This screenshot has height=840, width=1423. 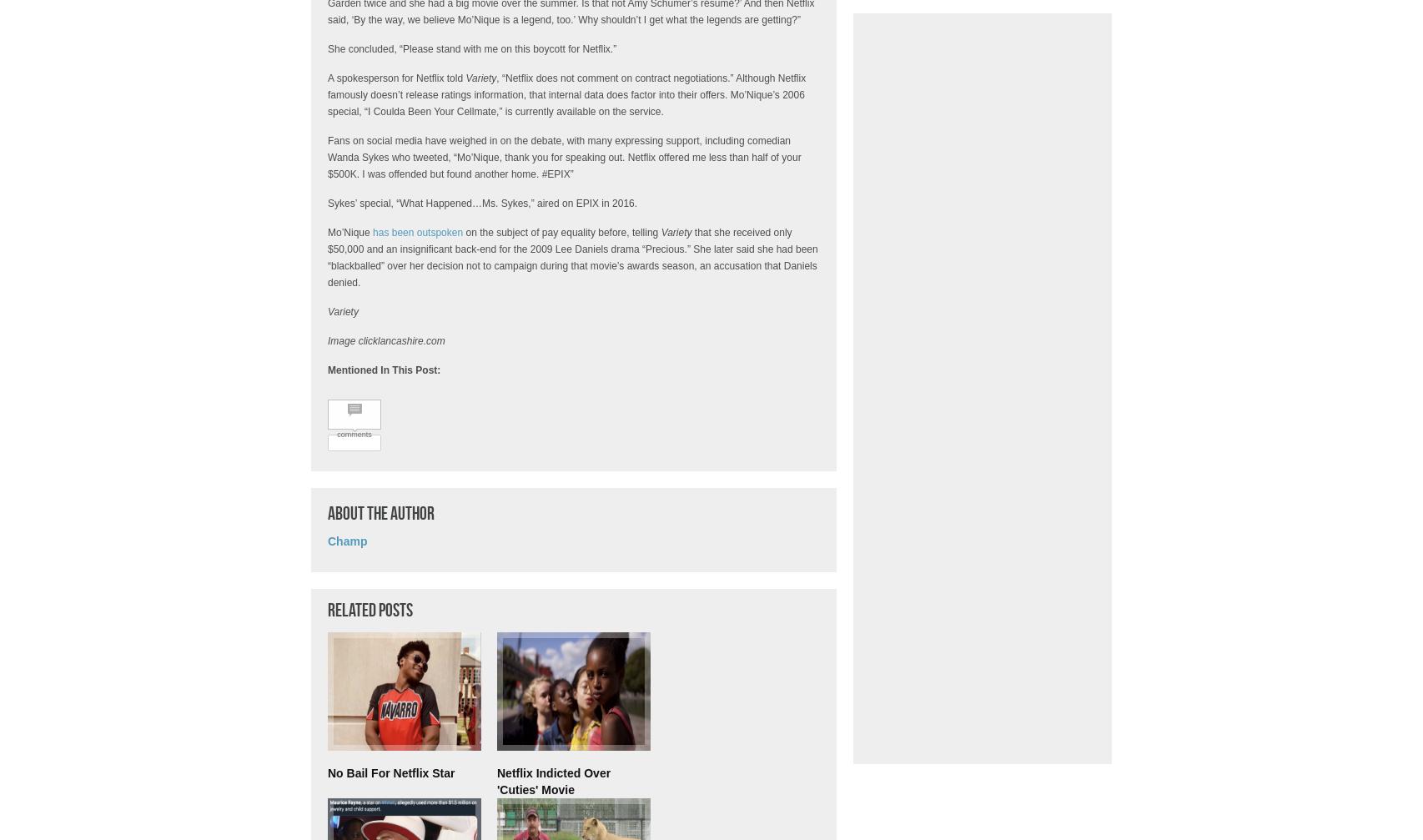 I want to click on 'comments', so click(x=354, y=434).